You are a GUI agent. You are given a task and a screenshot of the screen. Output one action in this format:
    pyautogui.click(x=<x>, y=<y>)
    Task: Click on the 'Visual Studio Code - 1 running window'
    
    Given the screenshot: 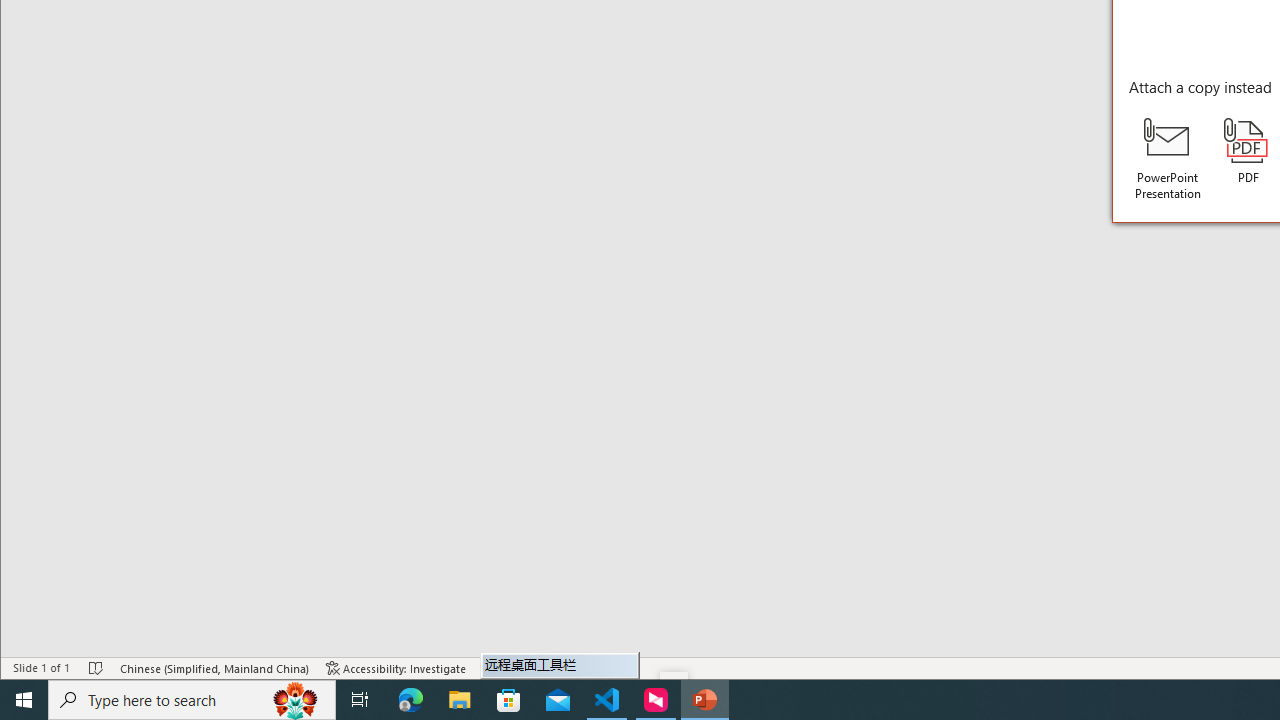 What is the action you would take?
    pyautogui.click(x=606, y=698)
    